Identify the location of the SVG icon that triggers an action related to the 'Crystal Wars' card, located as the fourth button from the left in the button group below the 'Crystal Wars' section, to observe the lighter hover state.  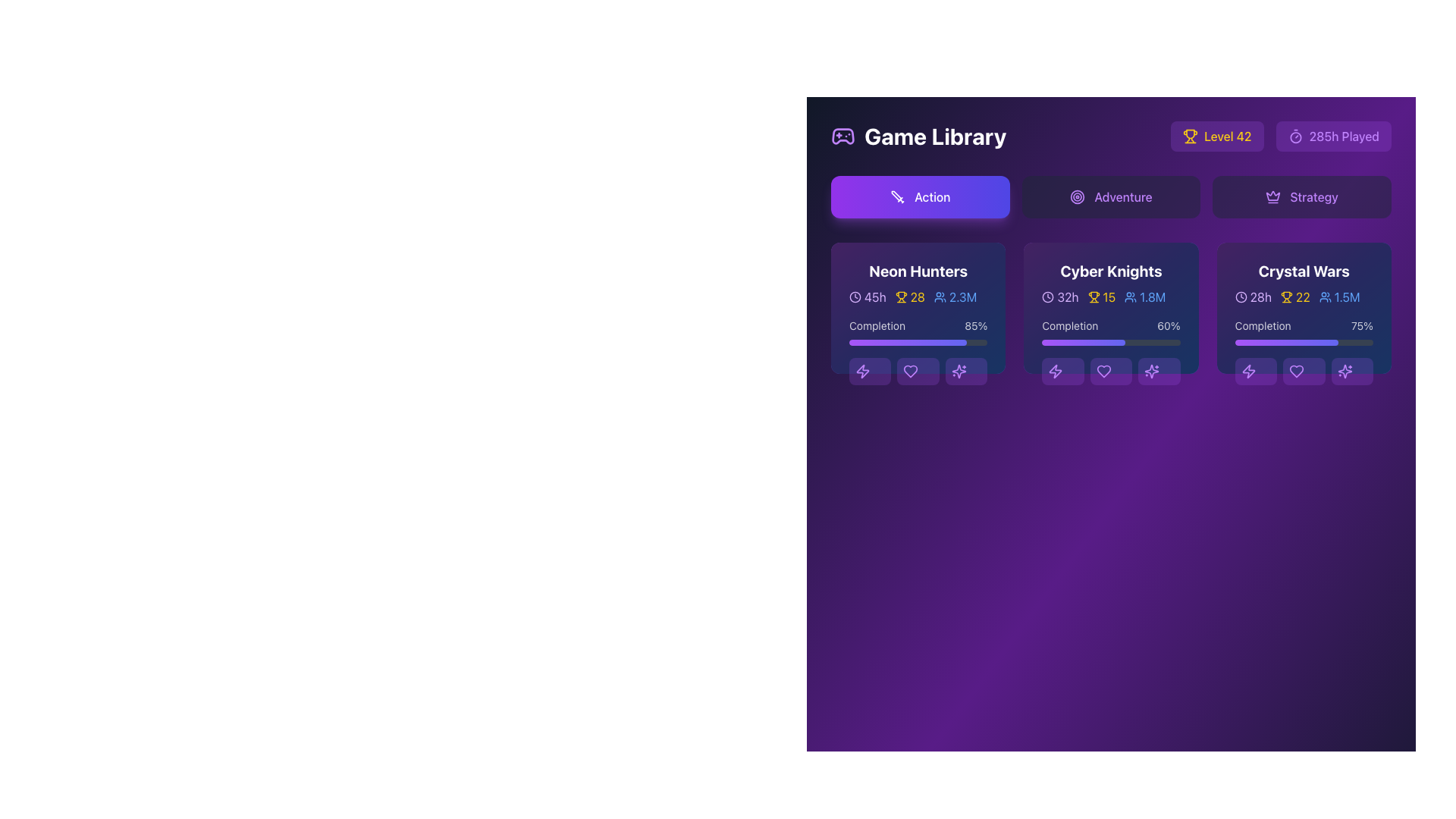
(1345, 371).